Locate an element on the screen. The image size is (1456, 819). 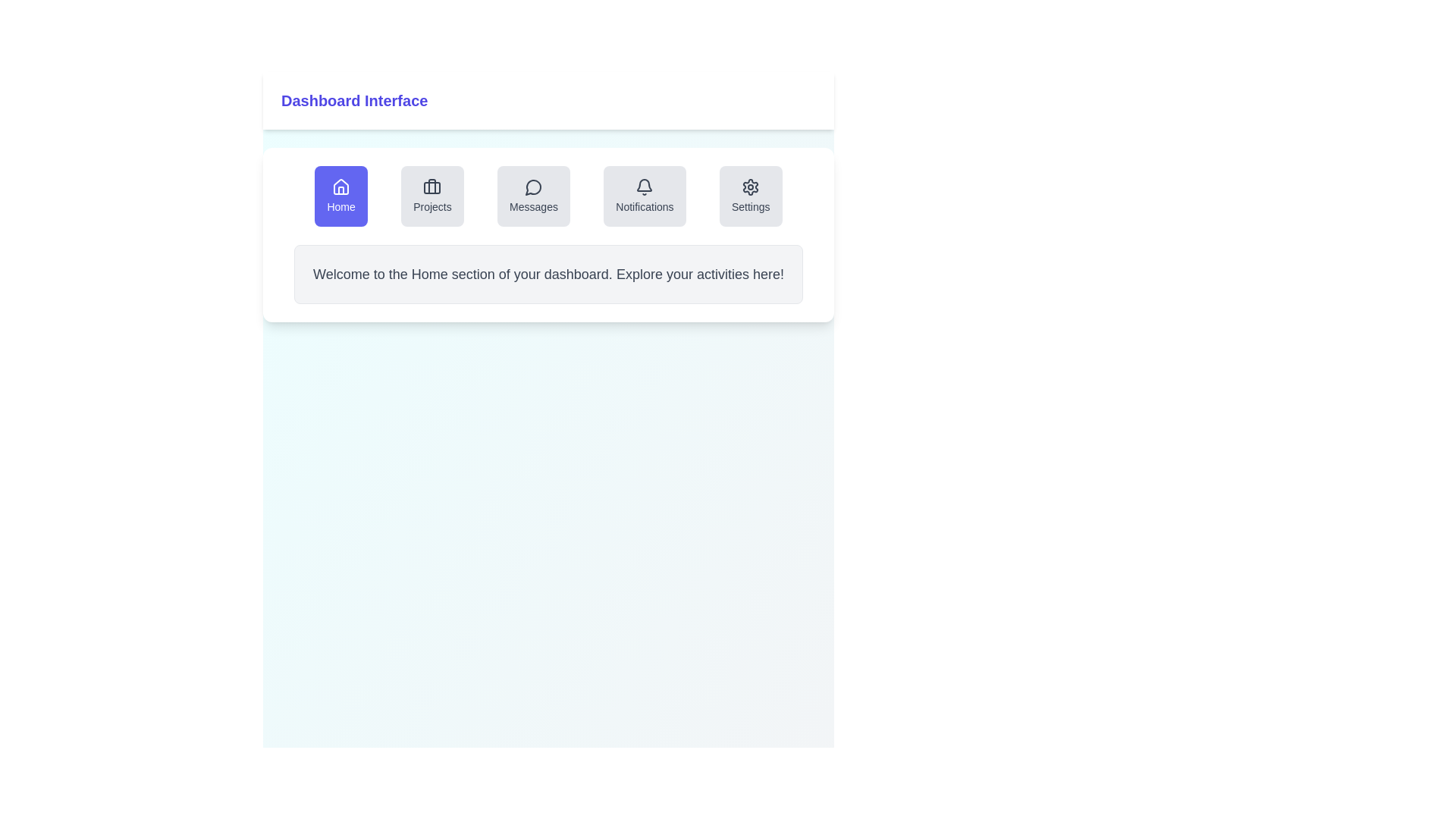
the Notifications button in the navigation bar is located at coordinates (645, 195).